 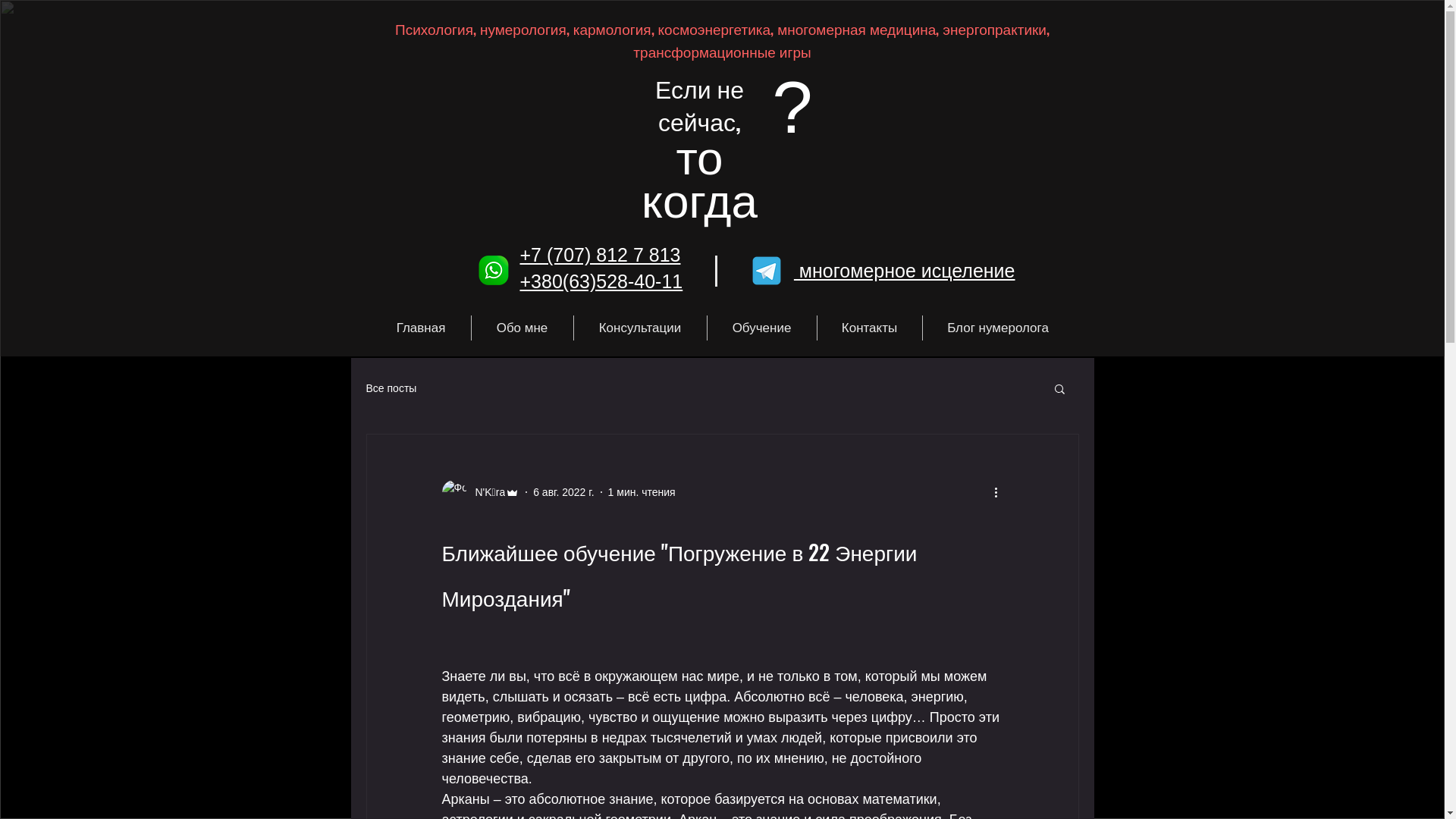 What do you see at coordinates (600, 253) in the screenshot?
I see `'+7 (707) 812 7 813'` at bounding box center [600, 253].